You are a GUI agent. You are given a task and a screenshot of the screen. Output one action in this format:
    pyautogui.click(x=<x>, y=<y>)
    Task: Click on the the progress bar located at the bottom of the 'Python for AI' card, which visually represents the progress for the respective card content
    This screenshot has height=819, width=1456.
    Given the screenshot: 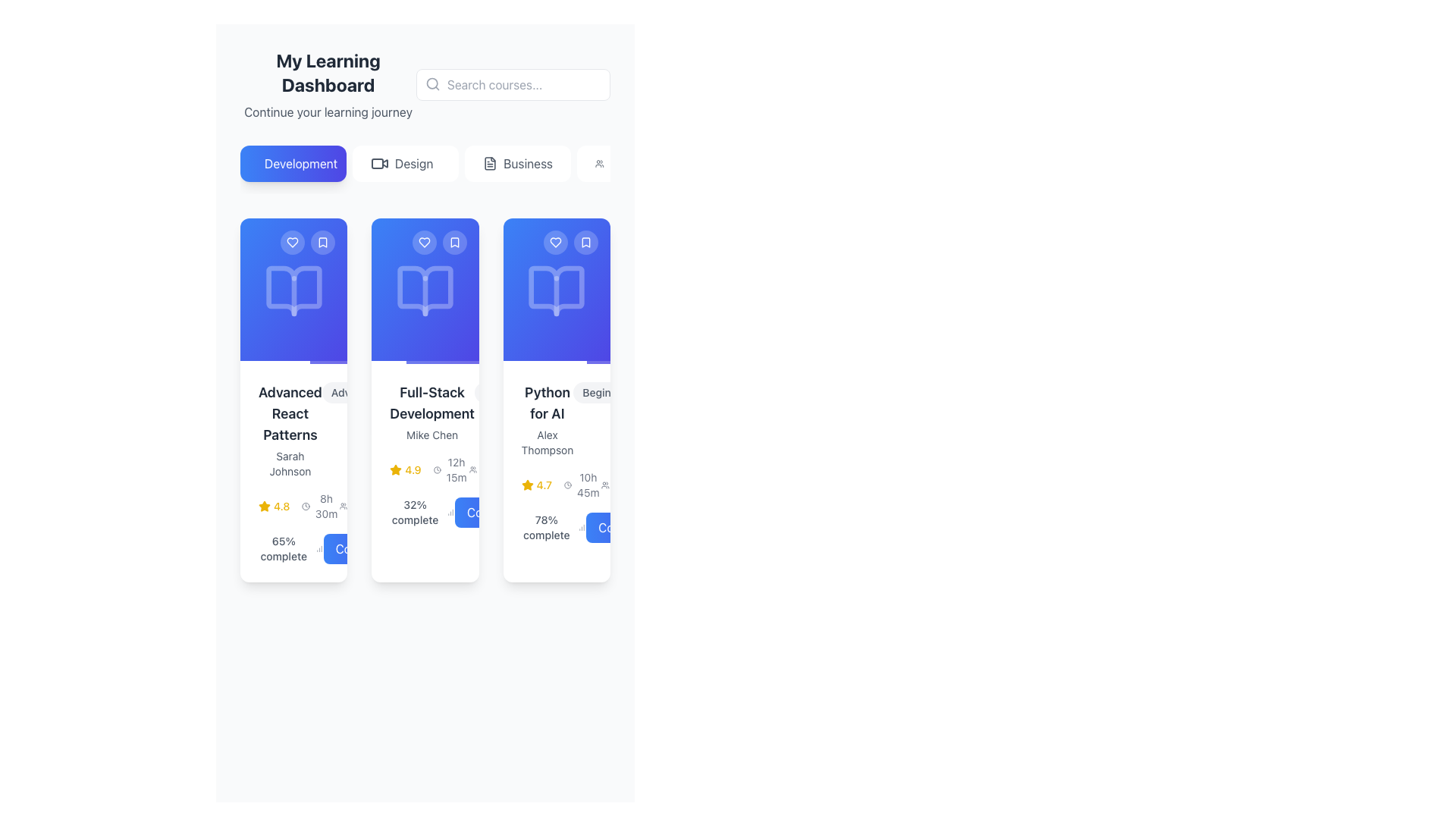 What is the action you would take?
    pyautogui.click(x=556, y=362)
    